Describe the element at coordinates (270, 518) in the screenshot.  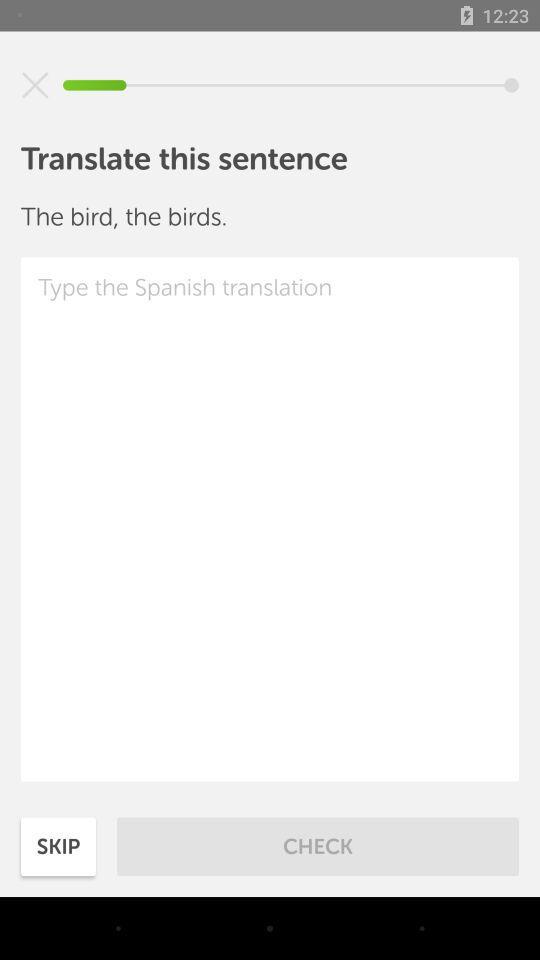
I see `the item below the item` at that location.